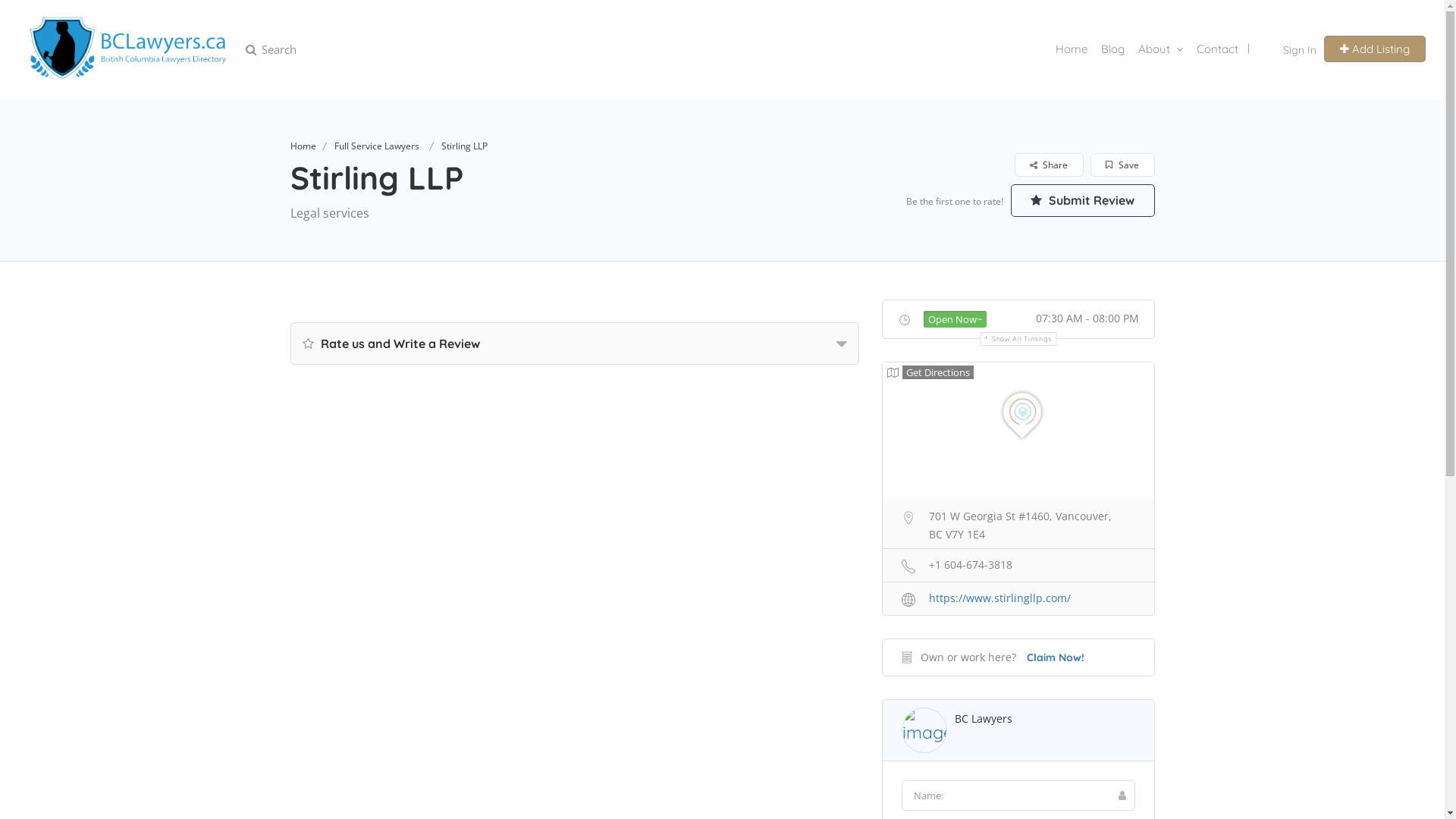  I want to click on 'Get Directions', so click(880, 372).